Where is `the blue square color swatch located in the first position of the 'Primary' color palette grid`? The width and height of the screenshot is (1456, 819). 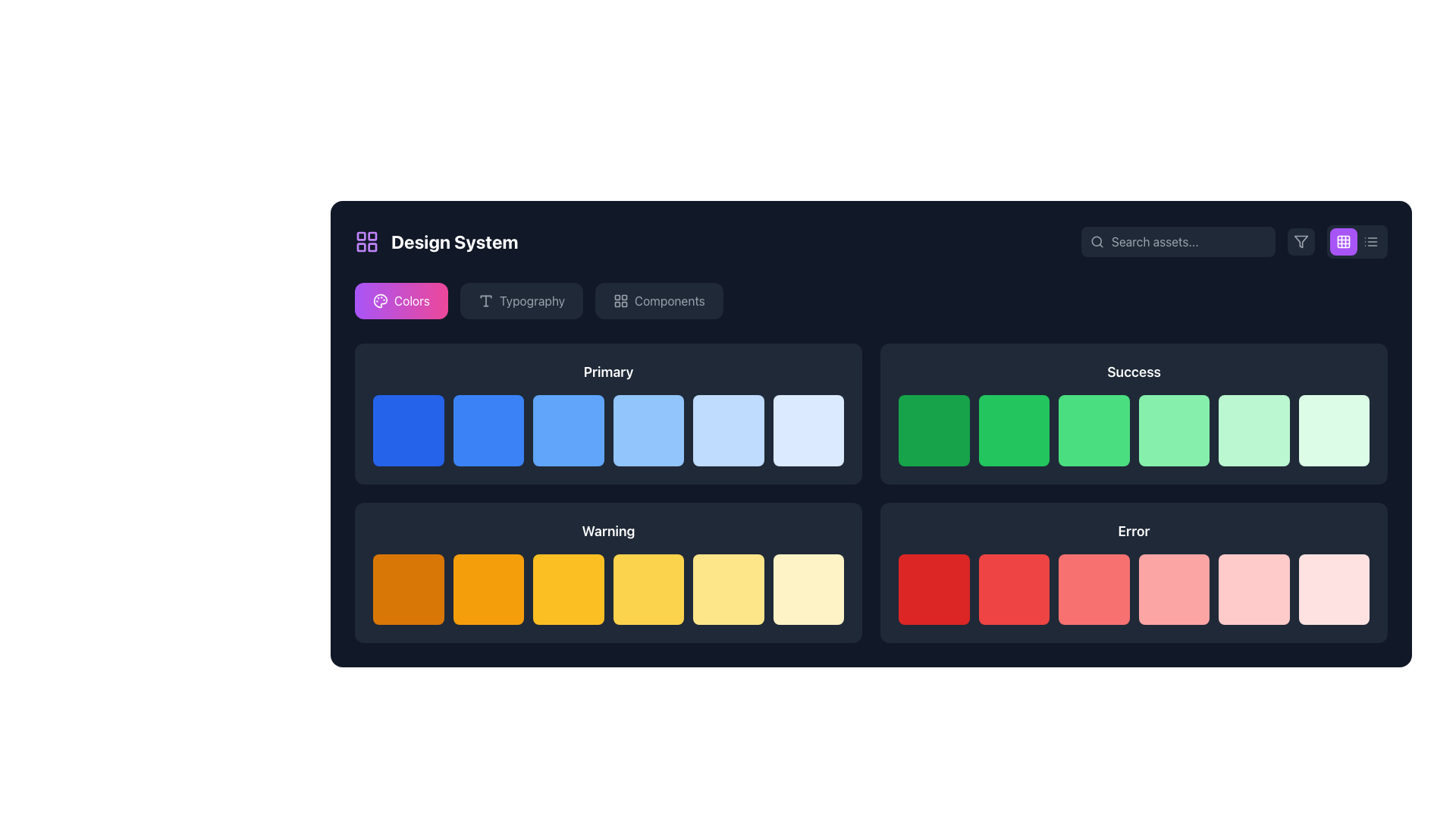
the blue square color swatch located in the first position of the 'Primary' color palette grid is located at coordinates (408, 430).